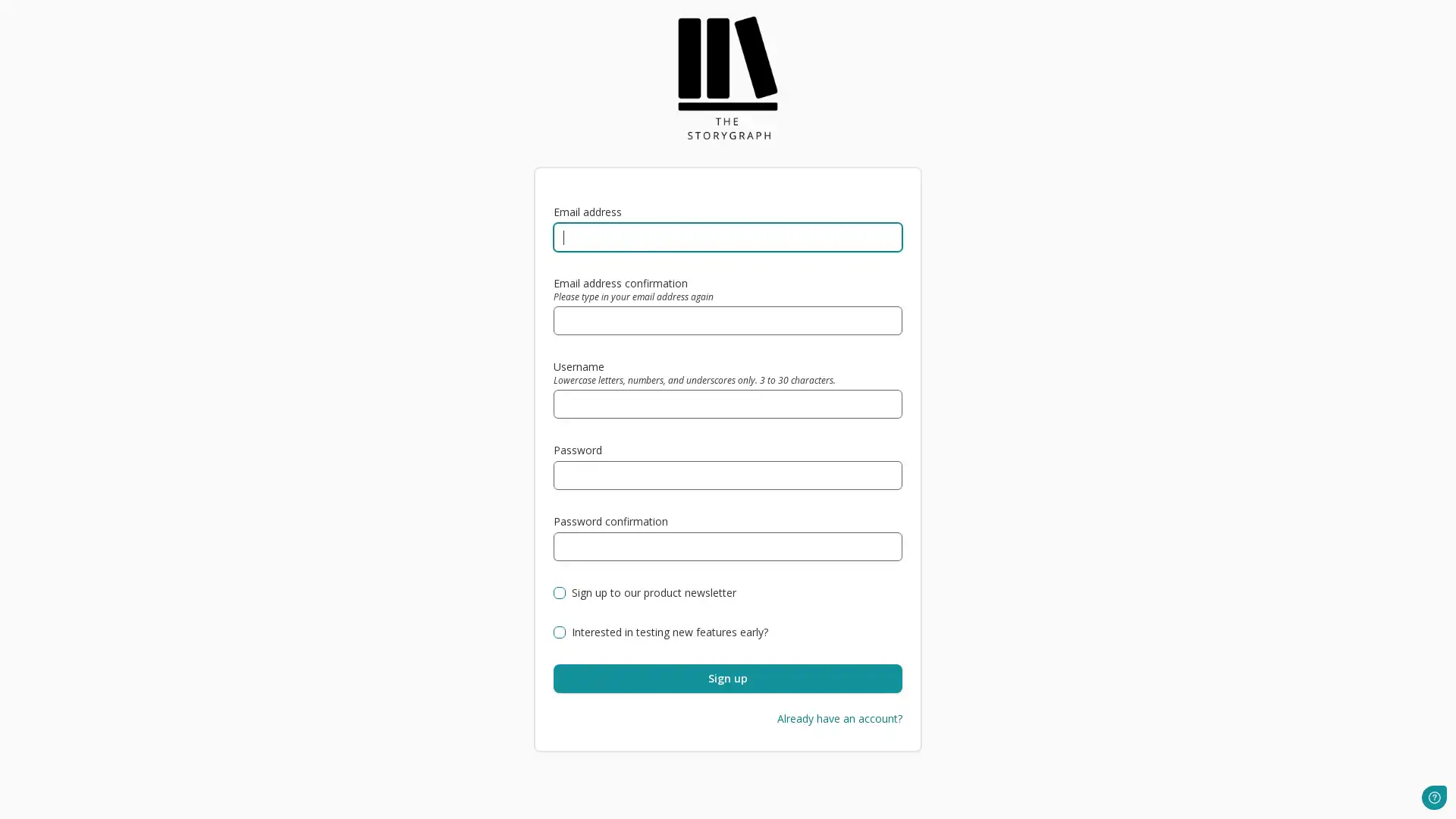 The width and height of the screenshot is (1456, 819). I want to click on Sign up, so click(728, 677).